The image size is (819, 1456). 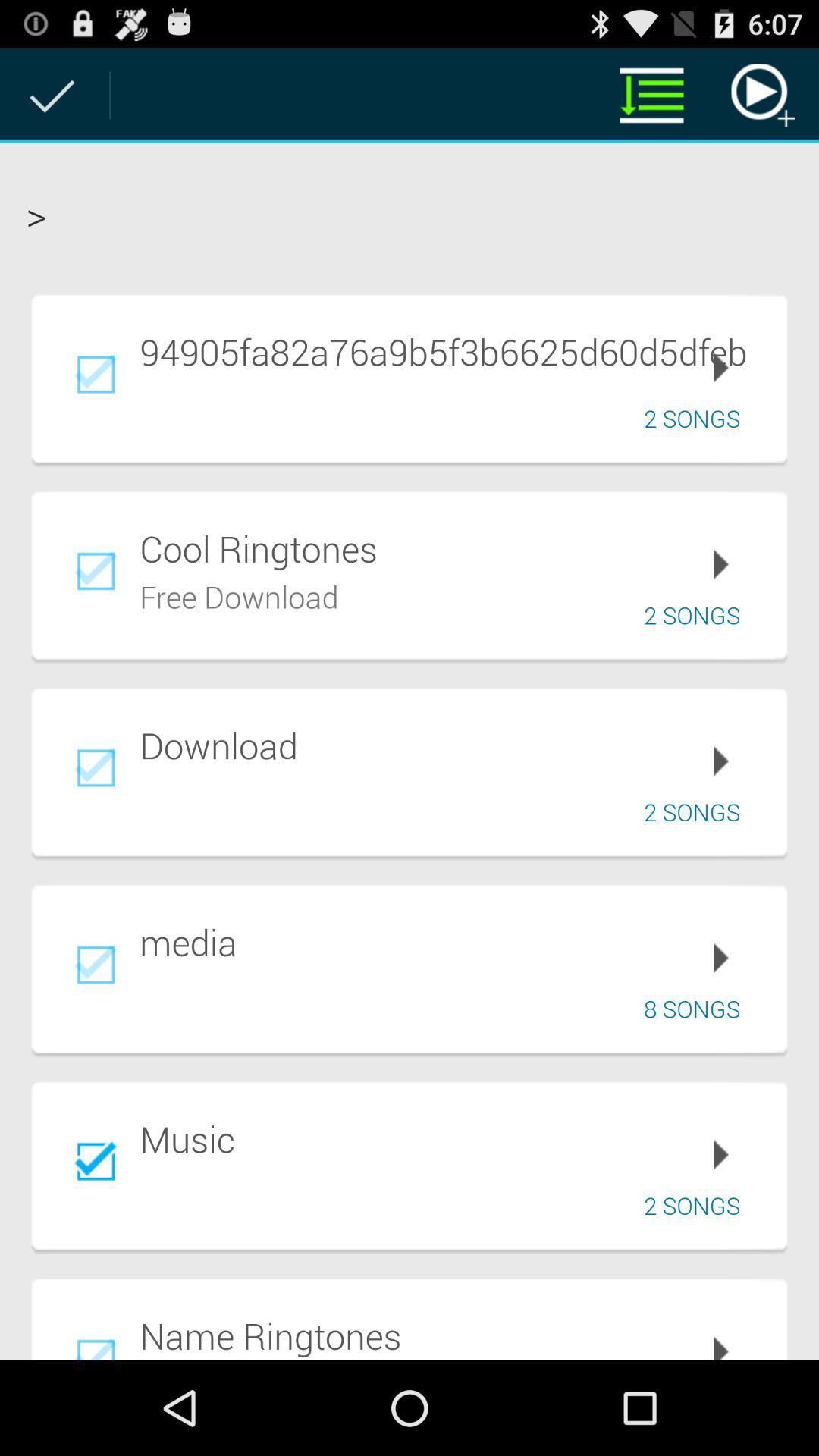 I want to click on the cool ringtones item, so click(x=452, y=548).